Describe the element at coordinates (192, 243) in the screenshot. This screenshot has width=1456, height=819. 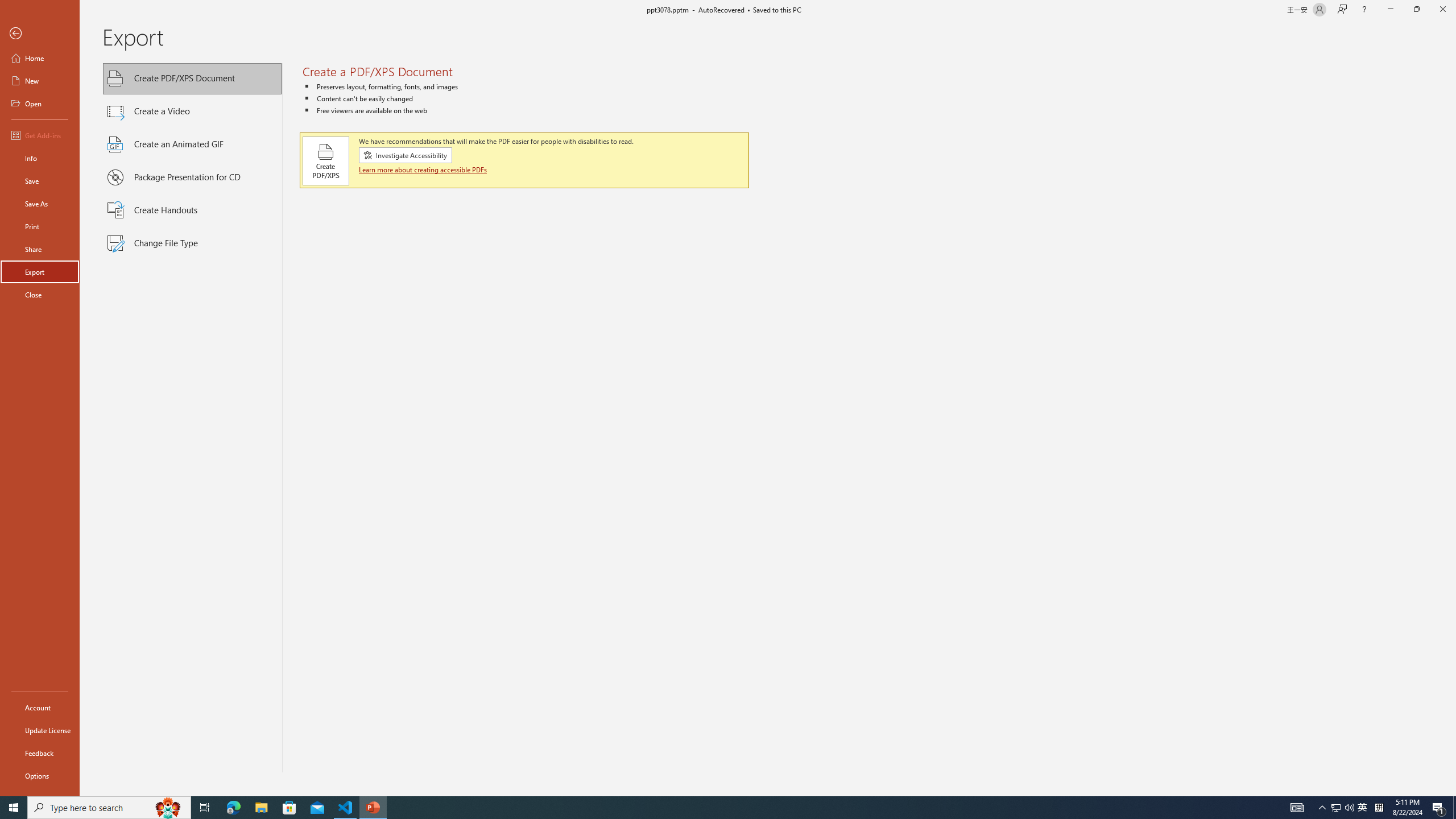
I see `'Change File Type'` at that location.